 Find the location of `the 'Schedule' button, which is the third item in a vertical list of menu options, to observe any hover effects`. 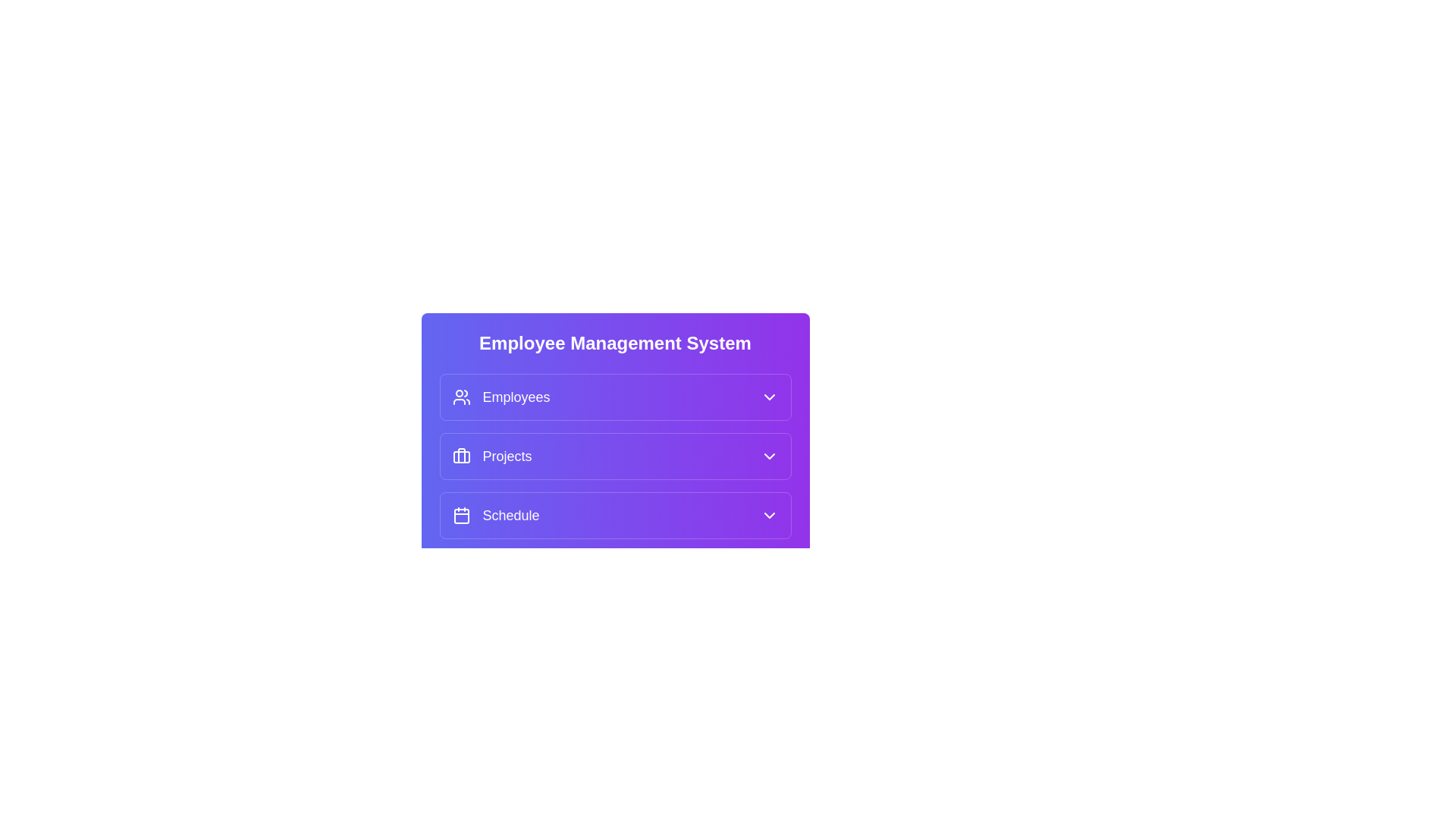

the 'Schedule' button, which is the third item in a vertical list of menu options, to observe any hover effects is located at coordinates (615, 514).